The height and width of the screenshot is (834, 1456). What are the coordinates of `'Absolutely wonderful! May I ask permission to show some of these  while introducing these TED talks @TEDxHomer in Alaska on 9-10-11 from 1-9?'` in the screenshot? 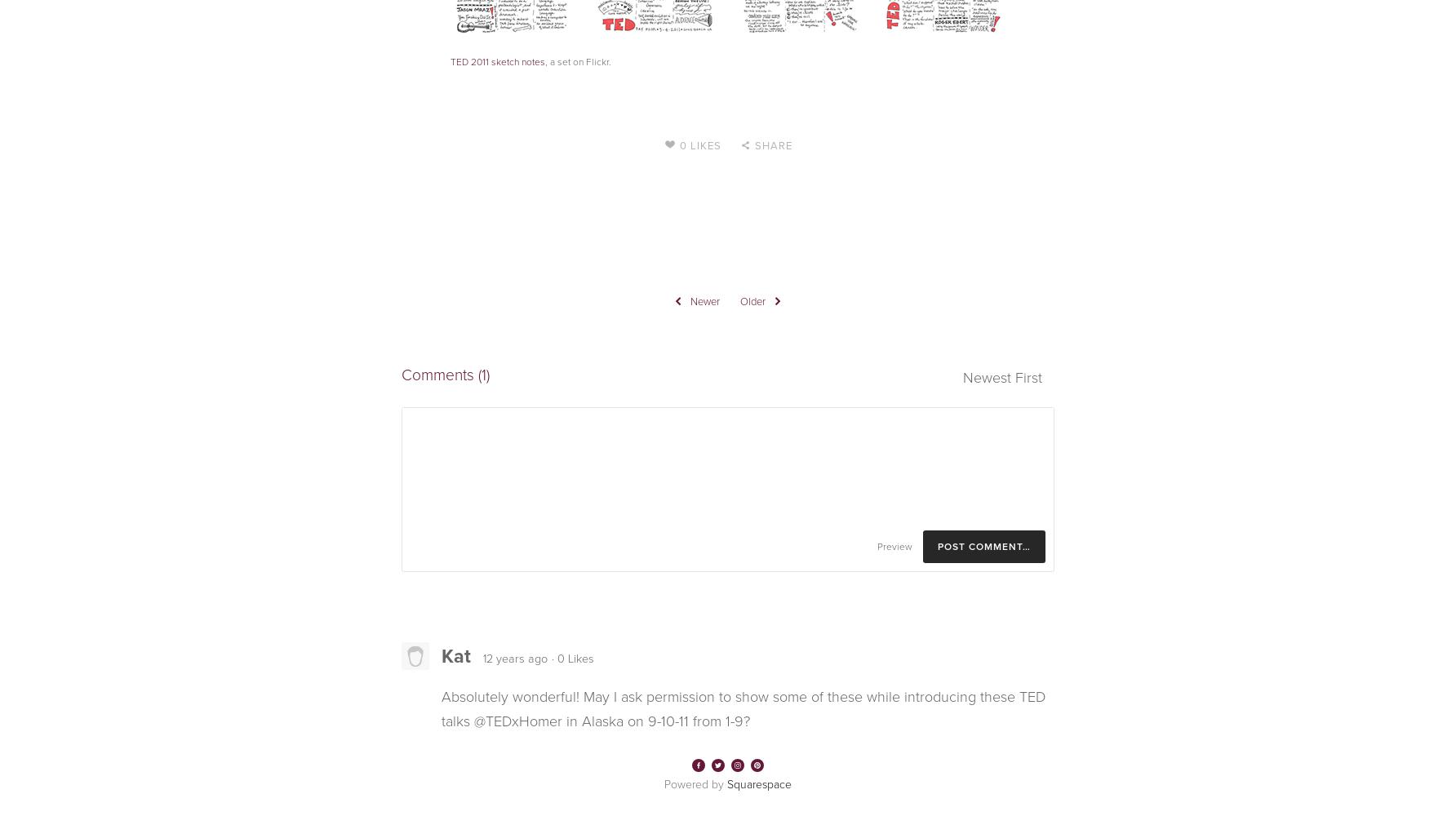 It's located at (744, 708).